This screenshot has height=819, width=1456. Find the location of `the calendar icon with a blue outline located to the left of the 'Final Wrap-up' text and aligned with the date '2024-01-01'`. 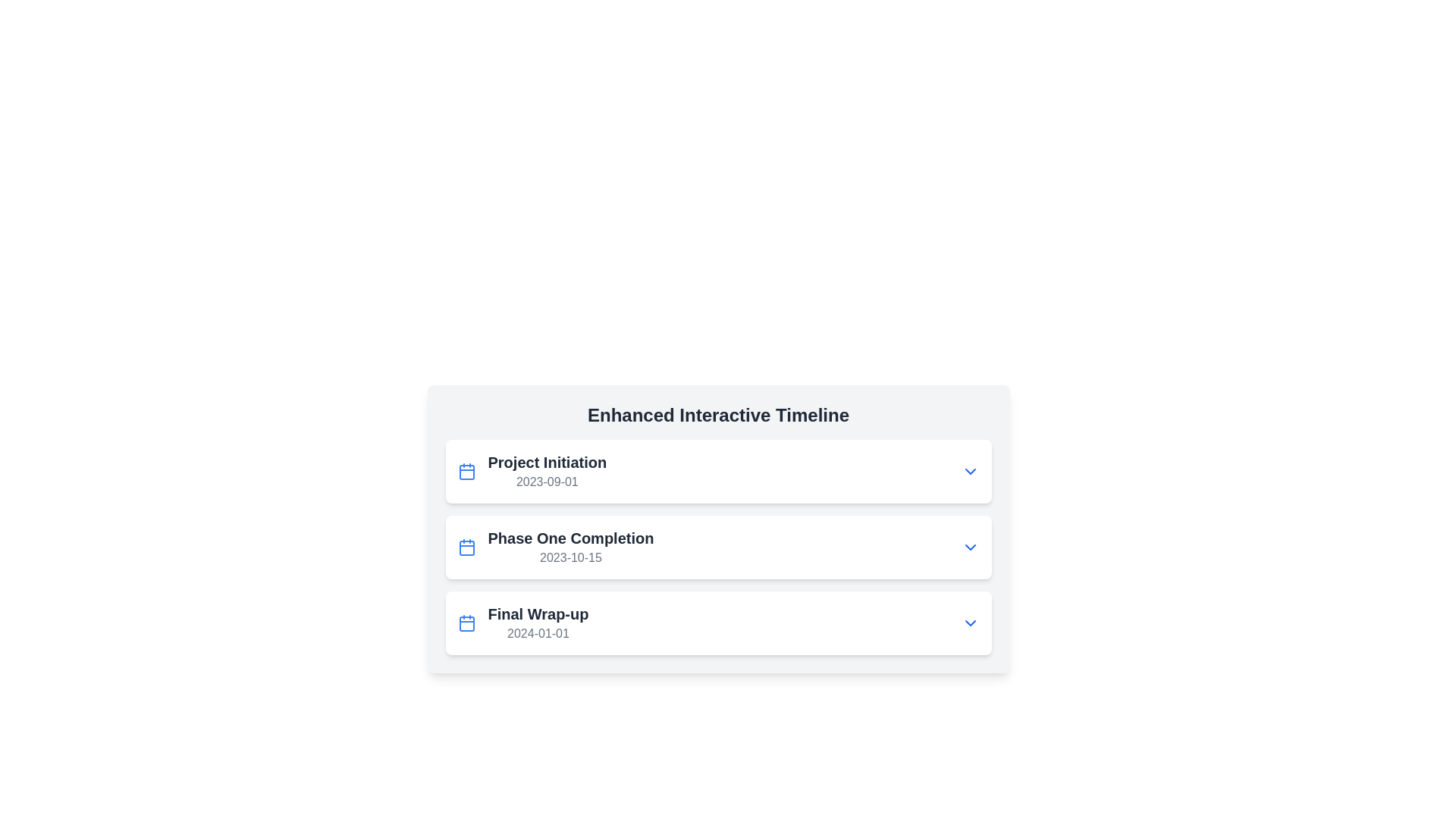

the calendar icon with a blue outline located to the left of the 'Final Wrap-up' text and aligned with the date '2024-01-01' is located at coordinates (466, 623).